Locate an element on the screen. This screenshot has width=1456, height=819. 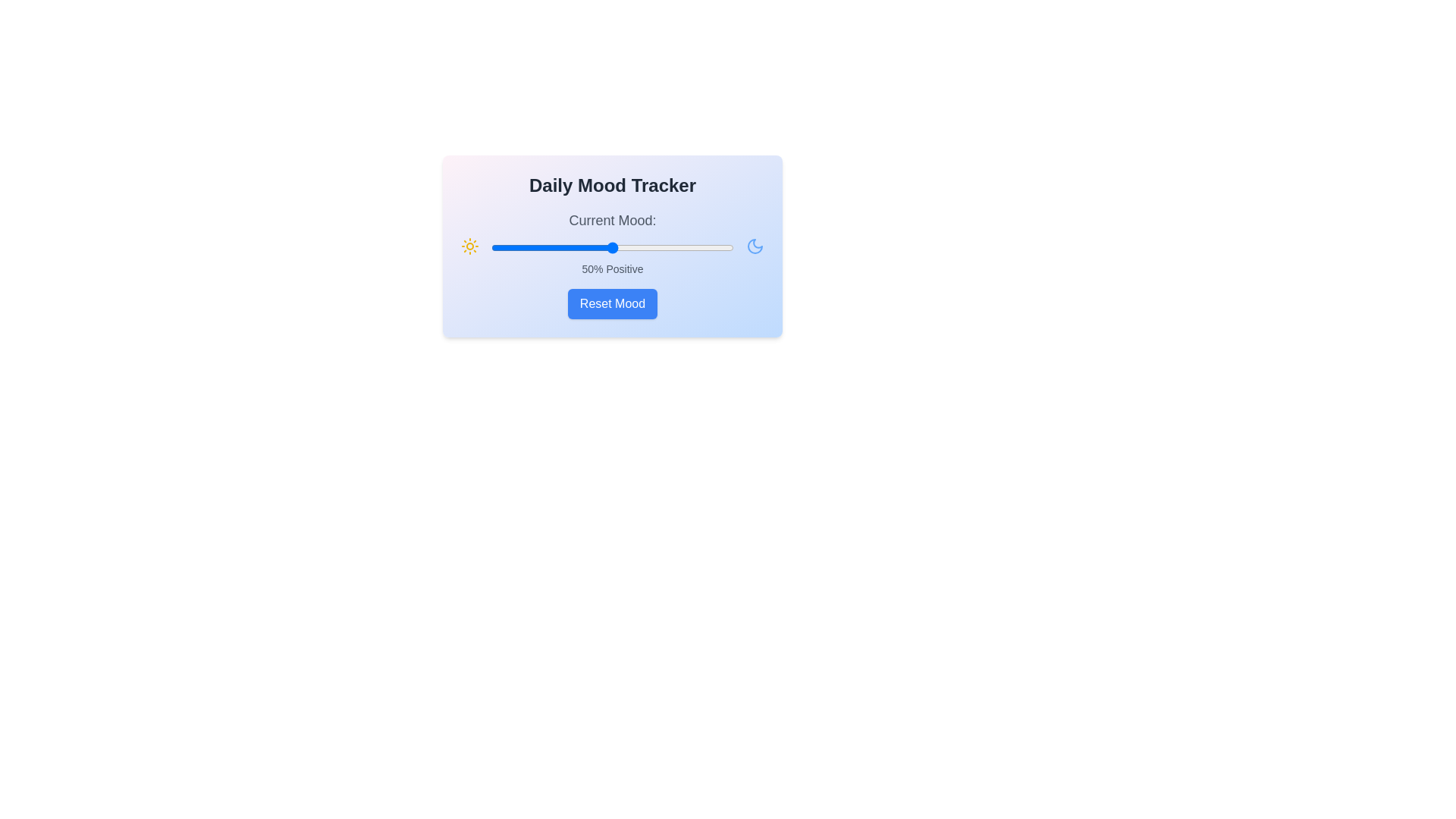
the mood slider is located at coordinates (642, 247).